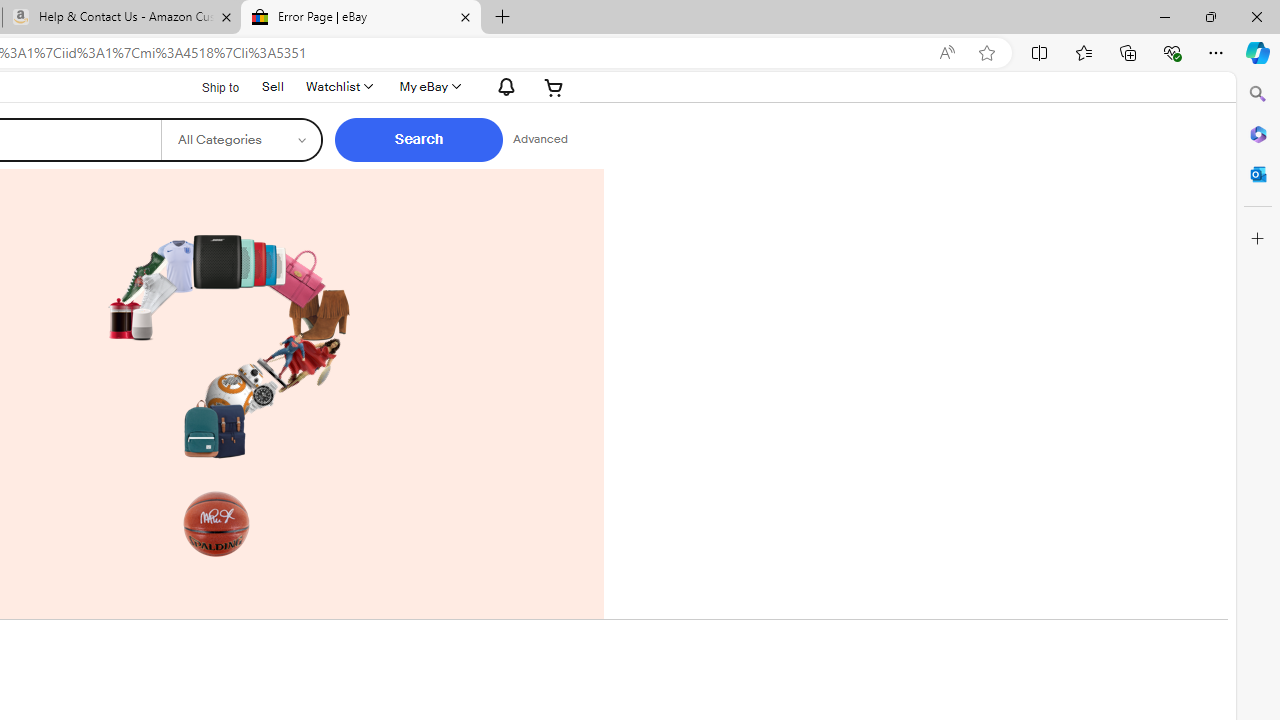  I want to click on 'Notifications', so click(501, 85).